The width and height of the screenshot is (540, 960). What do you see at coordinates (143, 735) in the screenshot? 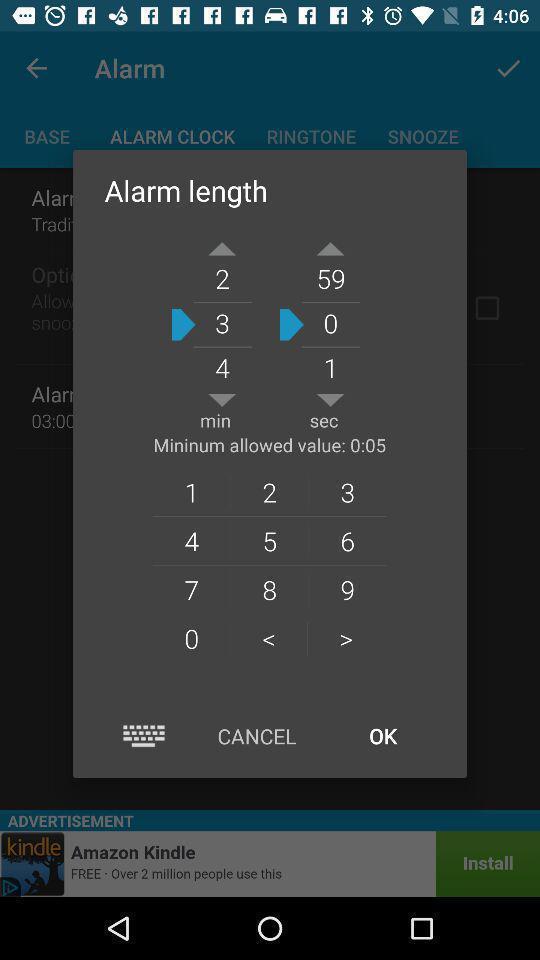
I see `open the keyboard` at bounding box center [143, 735].